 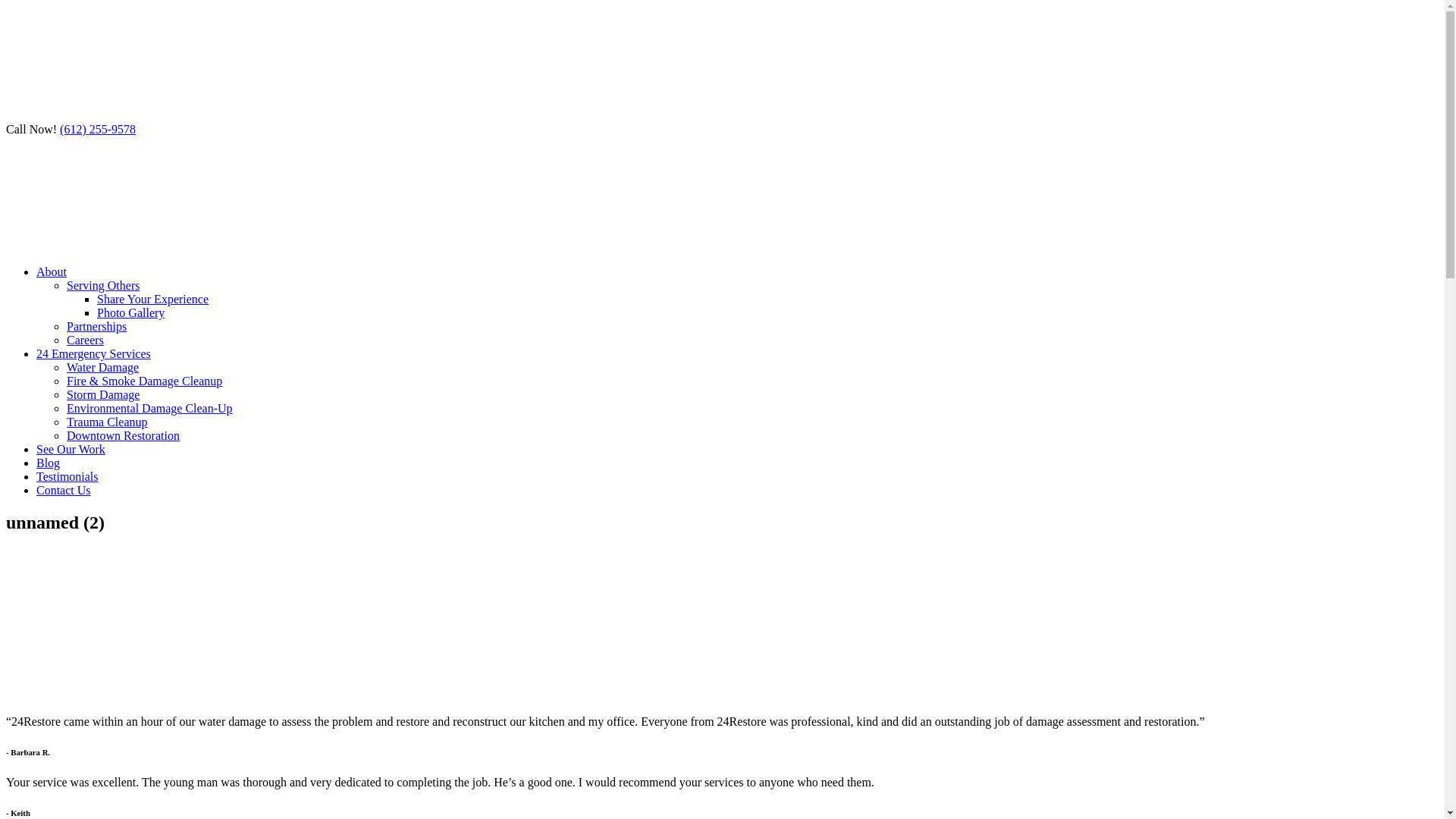 I want to click on 'Downtown Restoration', so click(x=123, y=435).